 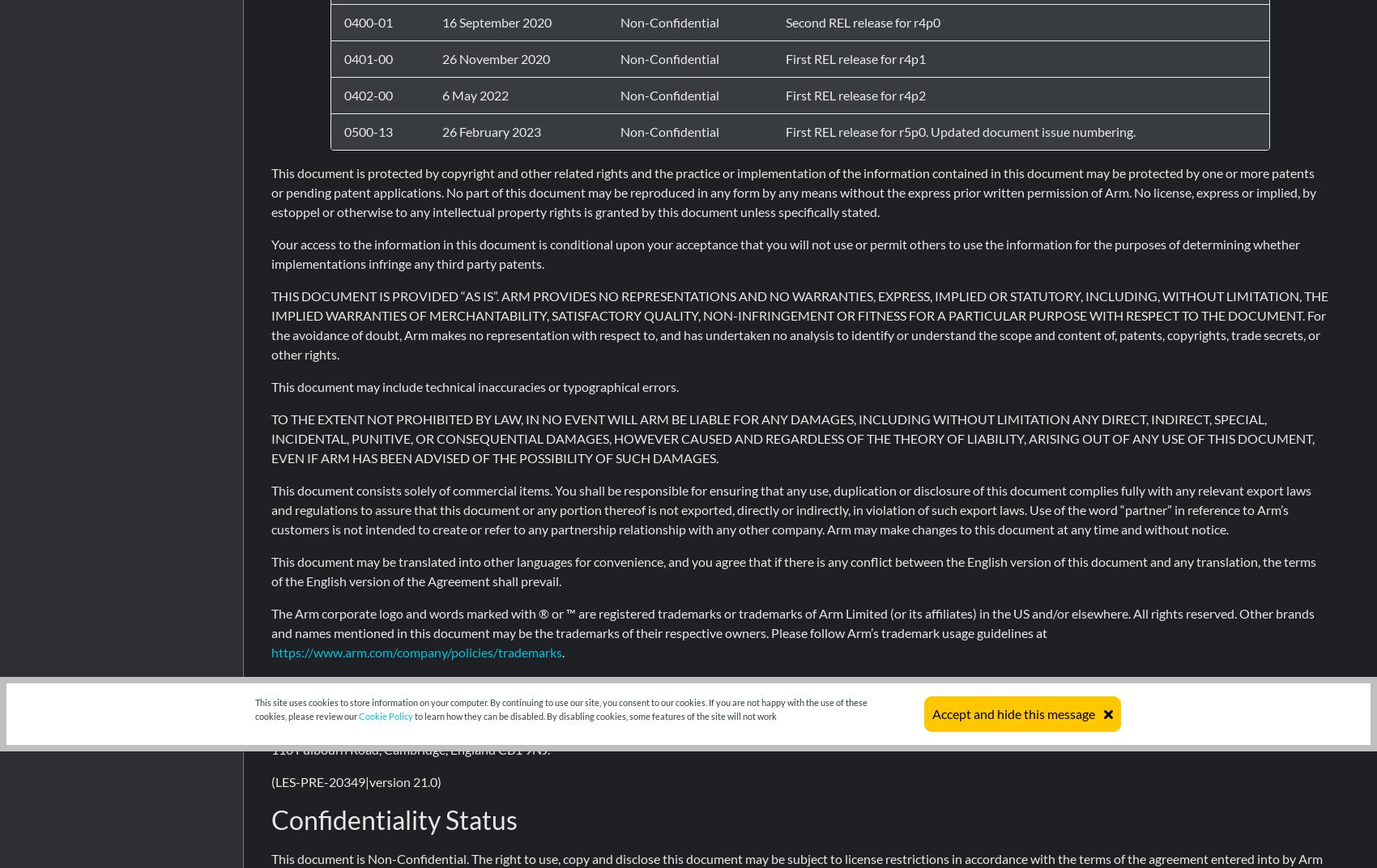 I want to click on 'The Arm corporate logo and words marked with ® or ™ are registered trademarks or trademarks of Arm Limited (or its affiliates) in the US and/or elsewhere. All rights reserved. Other brands and names mentioned in this document may be the trademarks of their respective owners. Please follow Arm’s trademark usage guidelines at', so click(x=271, y=623).